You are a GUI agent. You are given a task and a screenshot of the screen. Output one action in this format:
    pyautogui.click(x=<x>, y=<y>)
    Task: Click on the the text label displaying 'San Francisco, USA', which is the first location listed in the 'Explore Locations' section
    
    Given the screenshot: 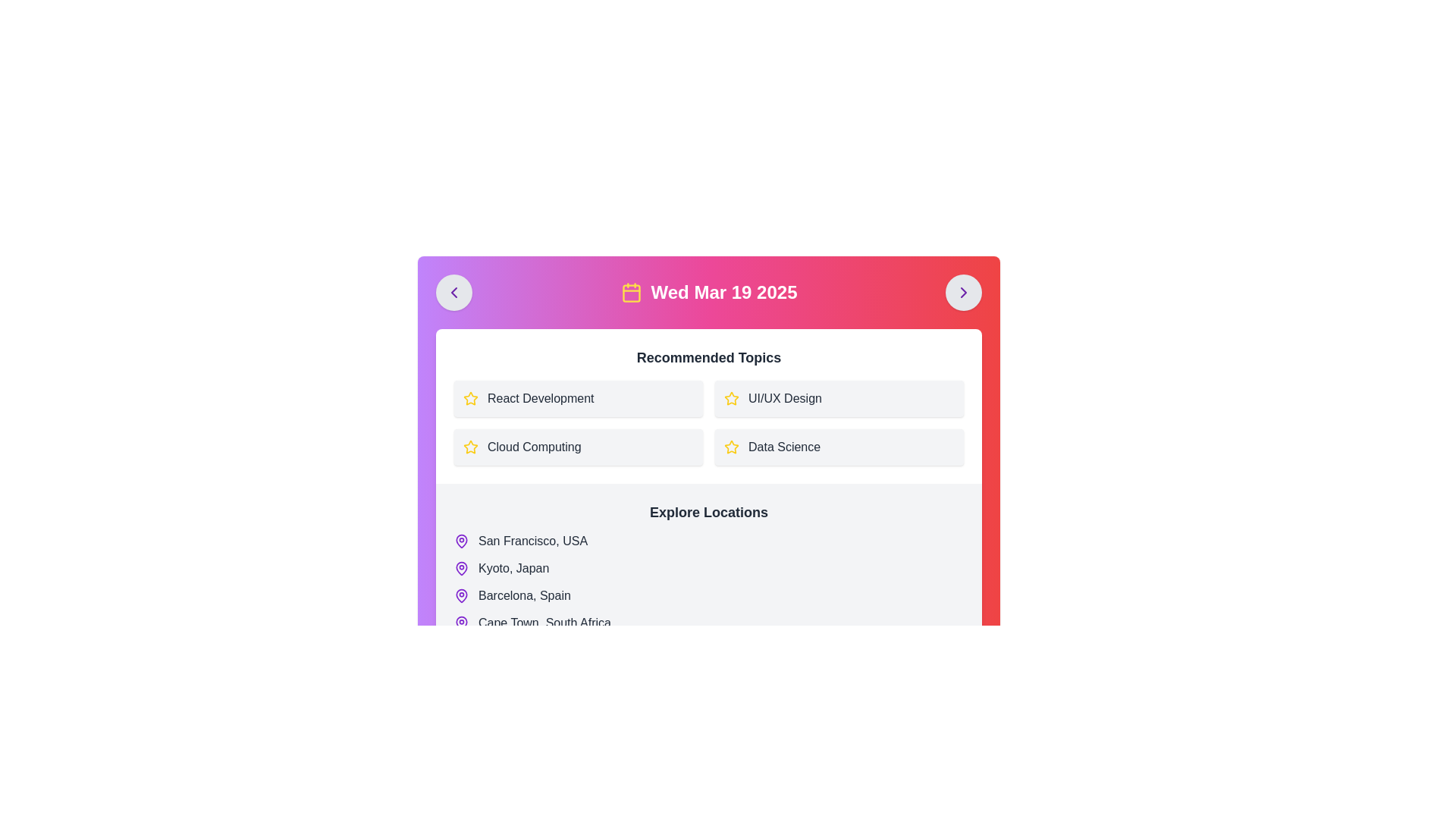 What is the action you would take?
    pyautogui.click(x=533, y=540)
    